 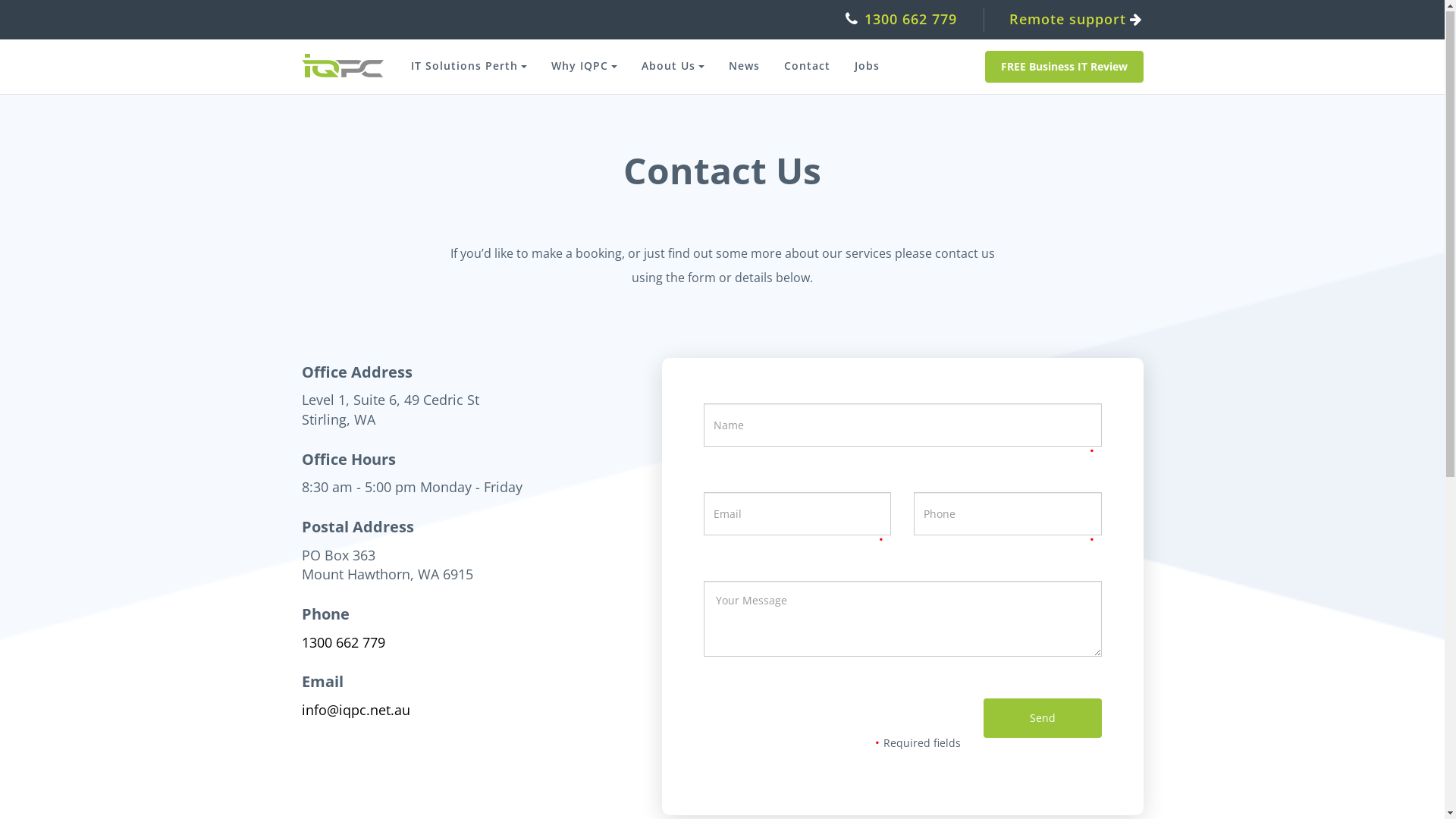 I want to click on 'About Us', so click(x=640, y=66).